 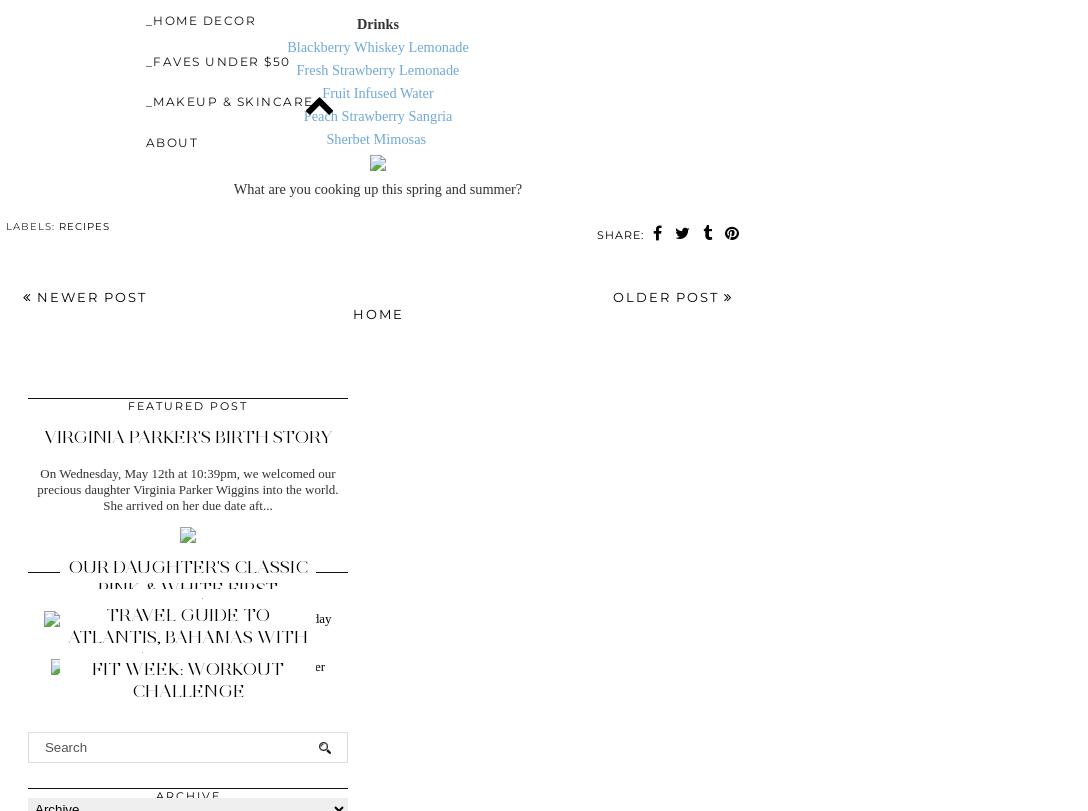 What do you see at coordinates (351, 314) in the screenshot?
I see `'Home'` at bounding box center [351, 314].